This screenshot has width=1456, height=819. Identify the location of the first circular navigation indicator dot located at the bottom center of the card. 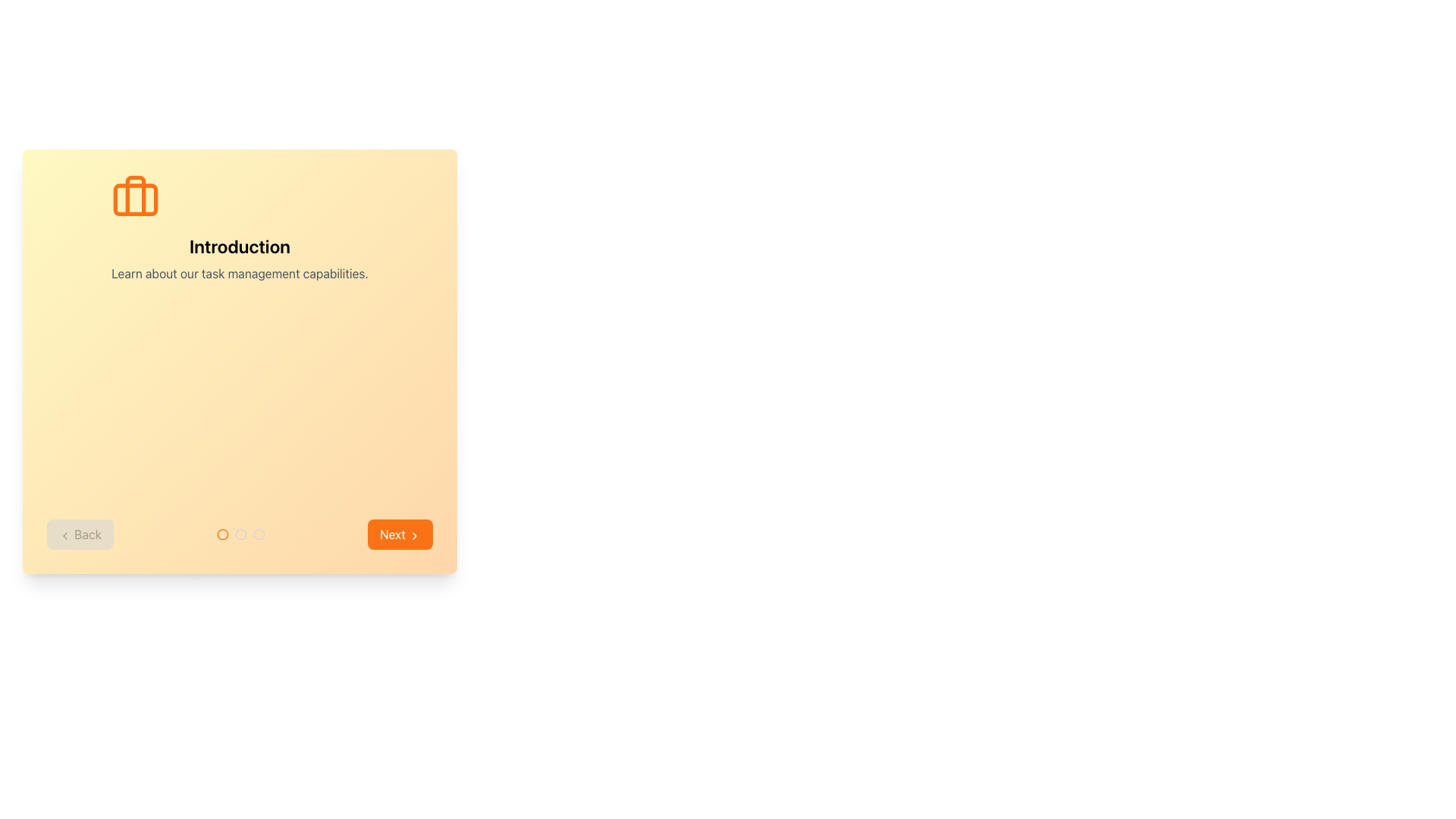
(221, 534).